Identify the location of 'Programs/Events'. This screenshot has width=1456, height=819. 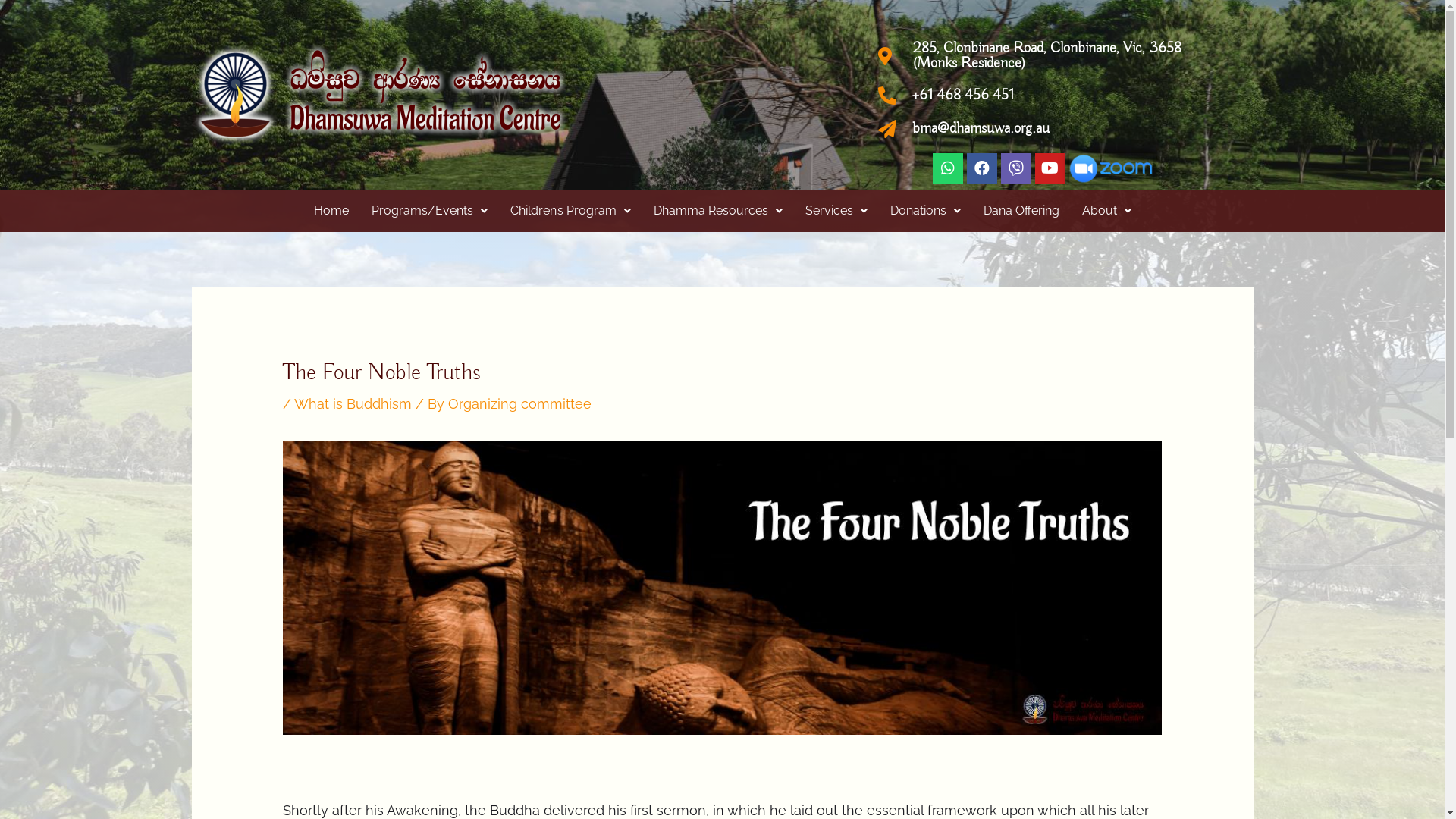
(428, 210).